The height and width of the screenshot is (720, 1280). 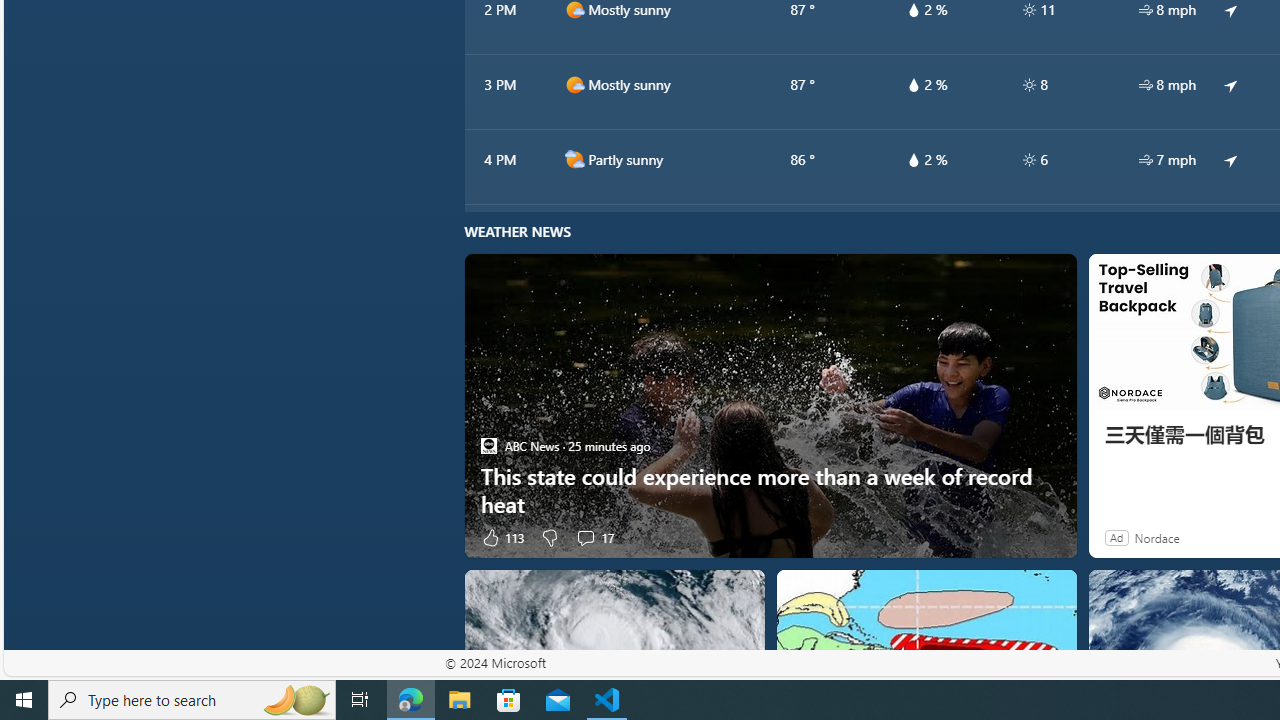 What do you see at coordinates (1230, 158) in the screenshot?
I see `'common/arrow'` at bounding box center [1230, 158].